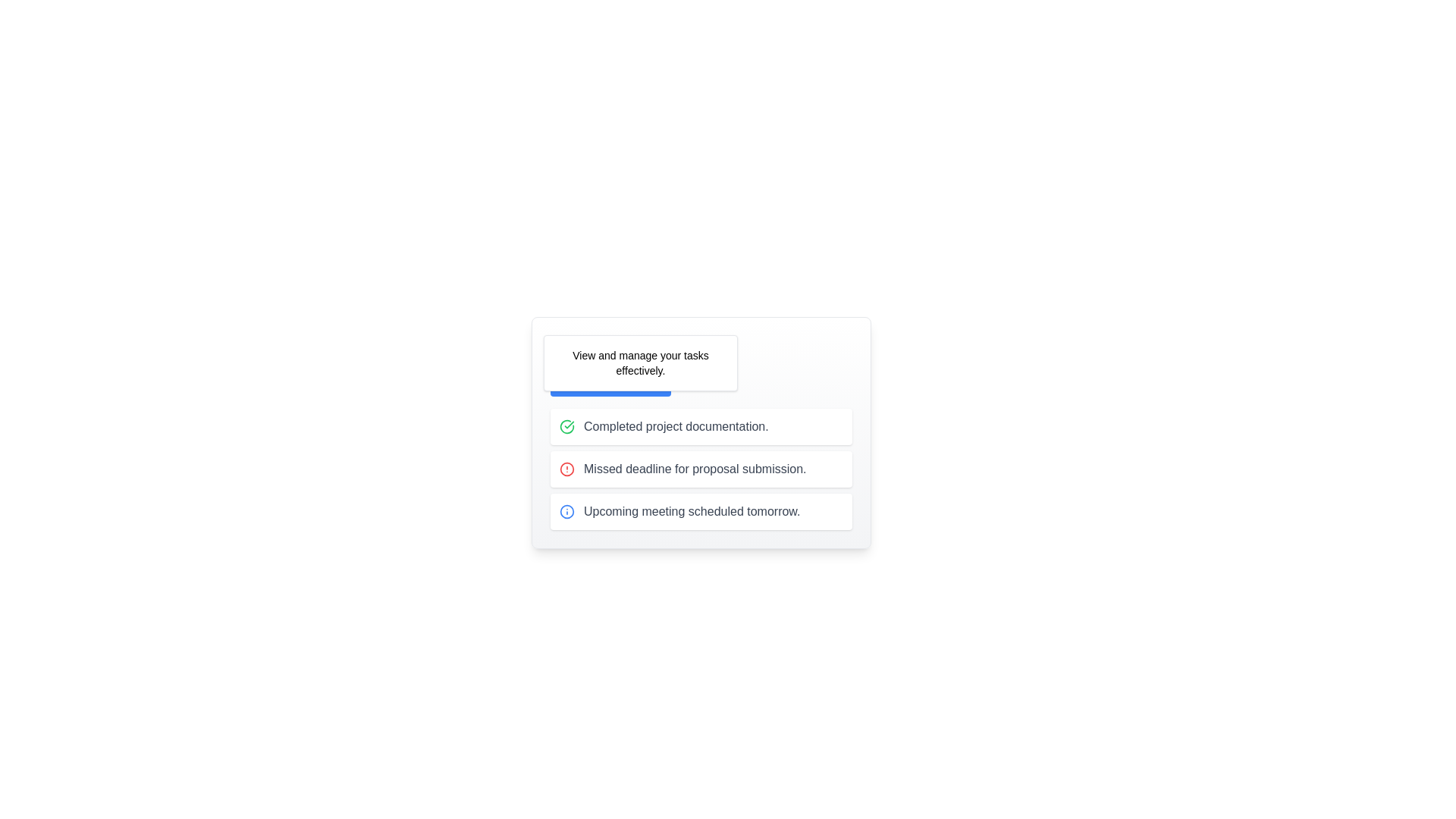  I want to click on the notification card that alerts the user about an important upcoming event, located at the center of the third card in a vertical stack of three cards, so click(701, 512).